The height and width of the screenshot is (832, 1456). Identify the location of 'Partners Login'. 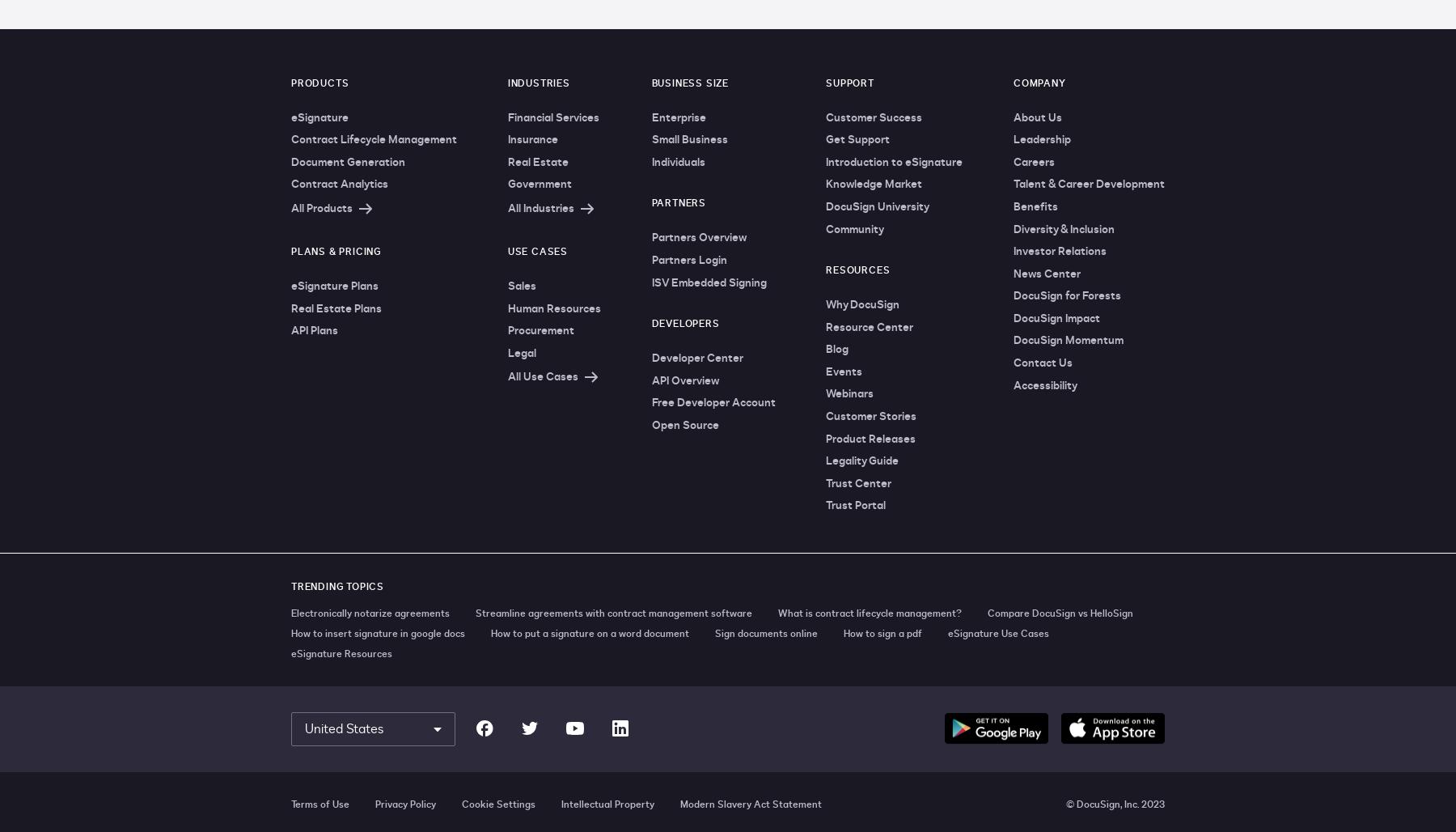
(650, 259).